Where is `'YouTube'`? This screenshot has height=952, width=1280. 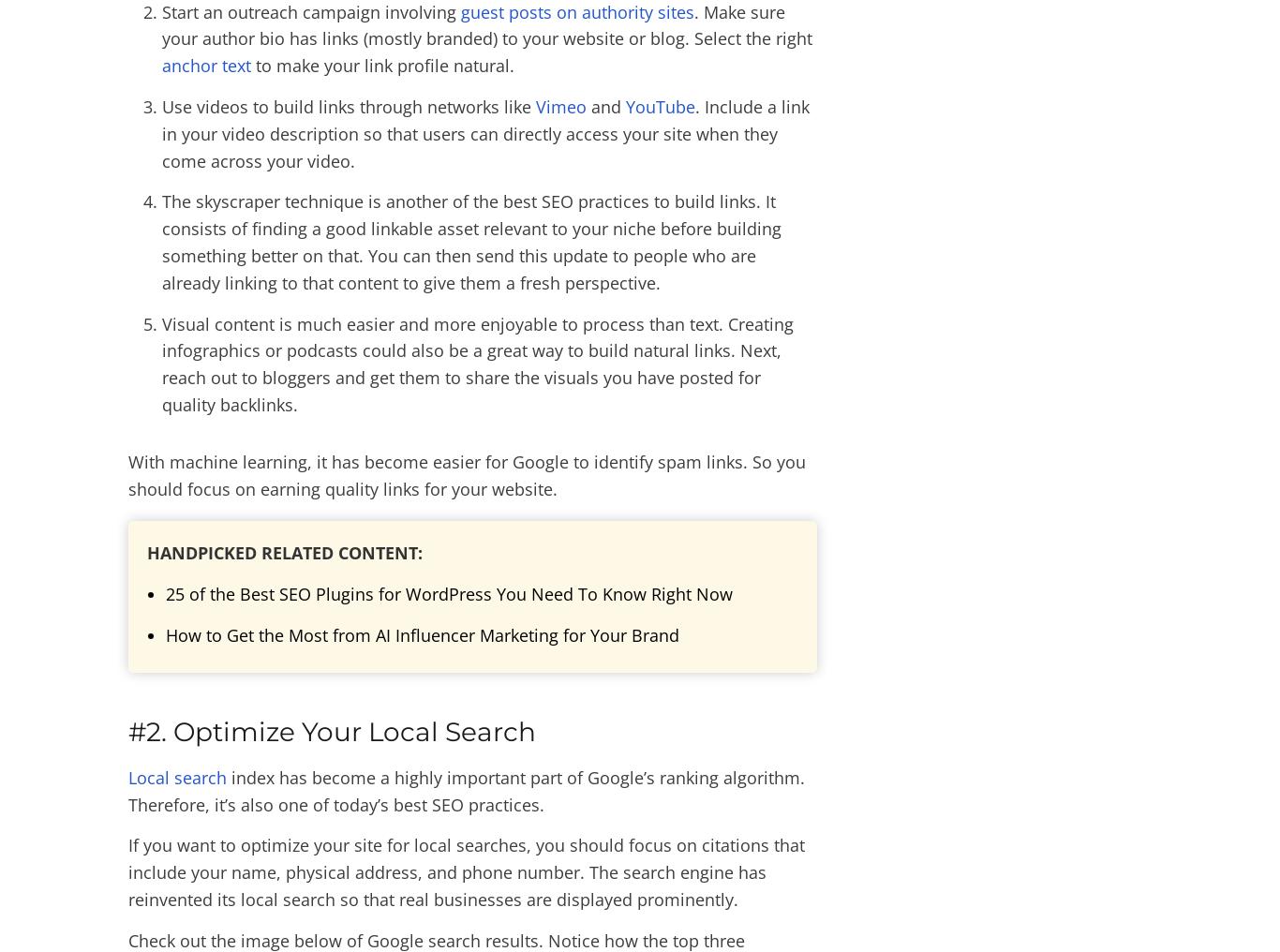
'YouTube' is located at coordinates (624, 106).